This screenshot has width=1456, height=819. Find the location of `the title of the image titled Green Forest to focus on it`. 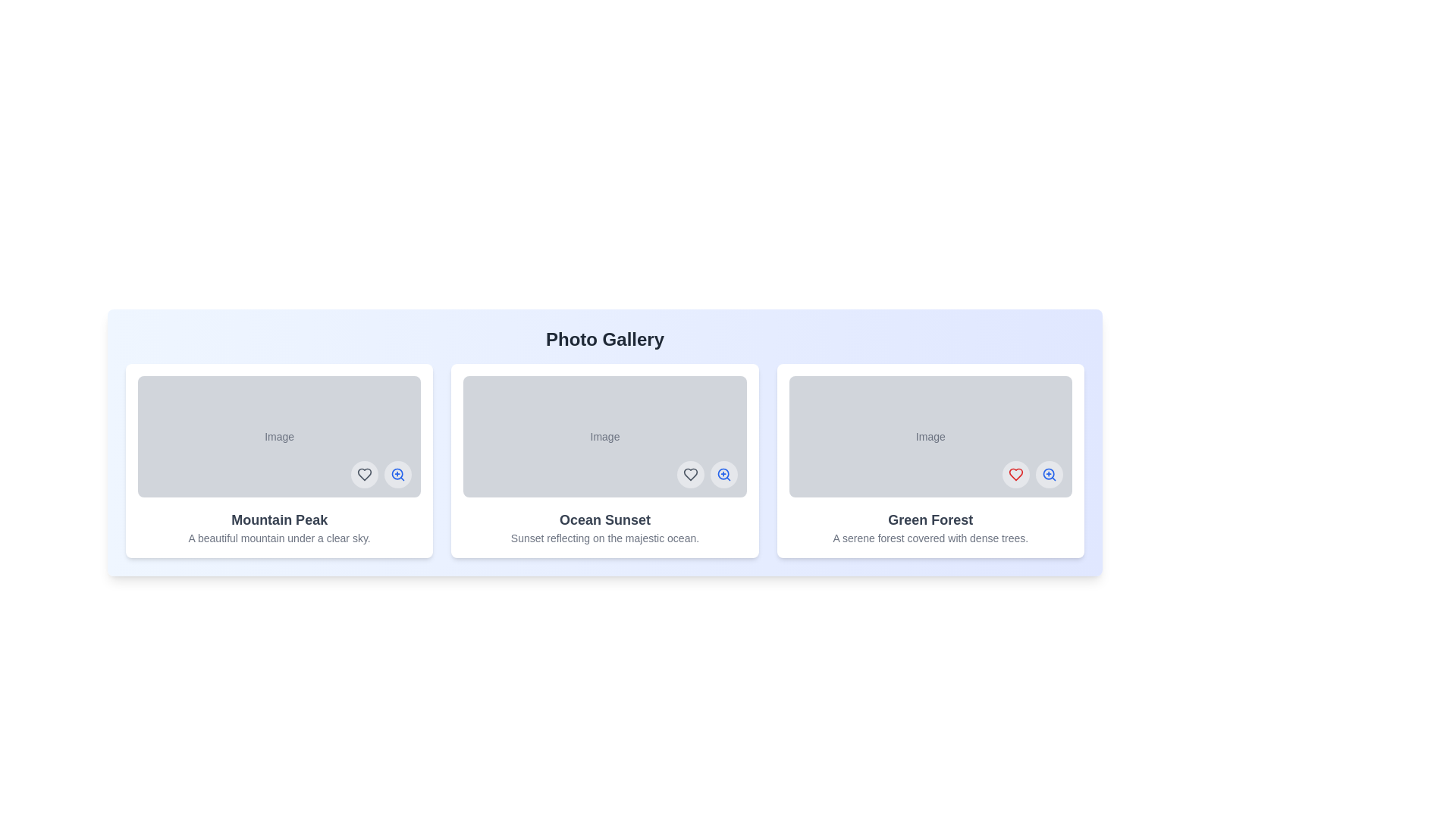

the title of the image titled Green Forest to focus on it is located at coordinates (930, 519).